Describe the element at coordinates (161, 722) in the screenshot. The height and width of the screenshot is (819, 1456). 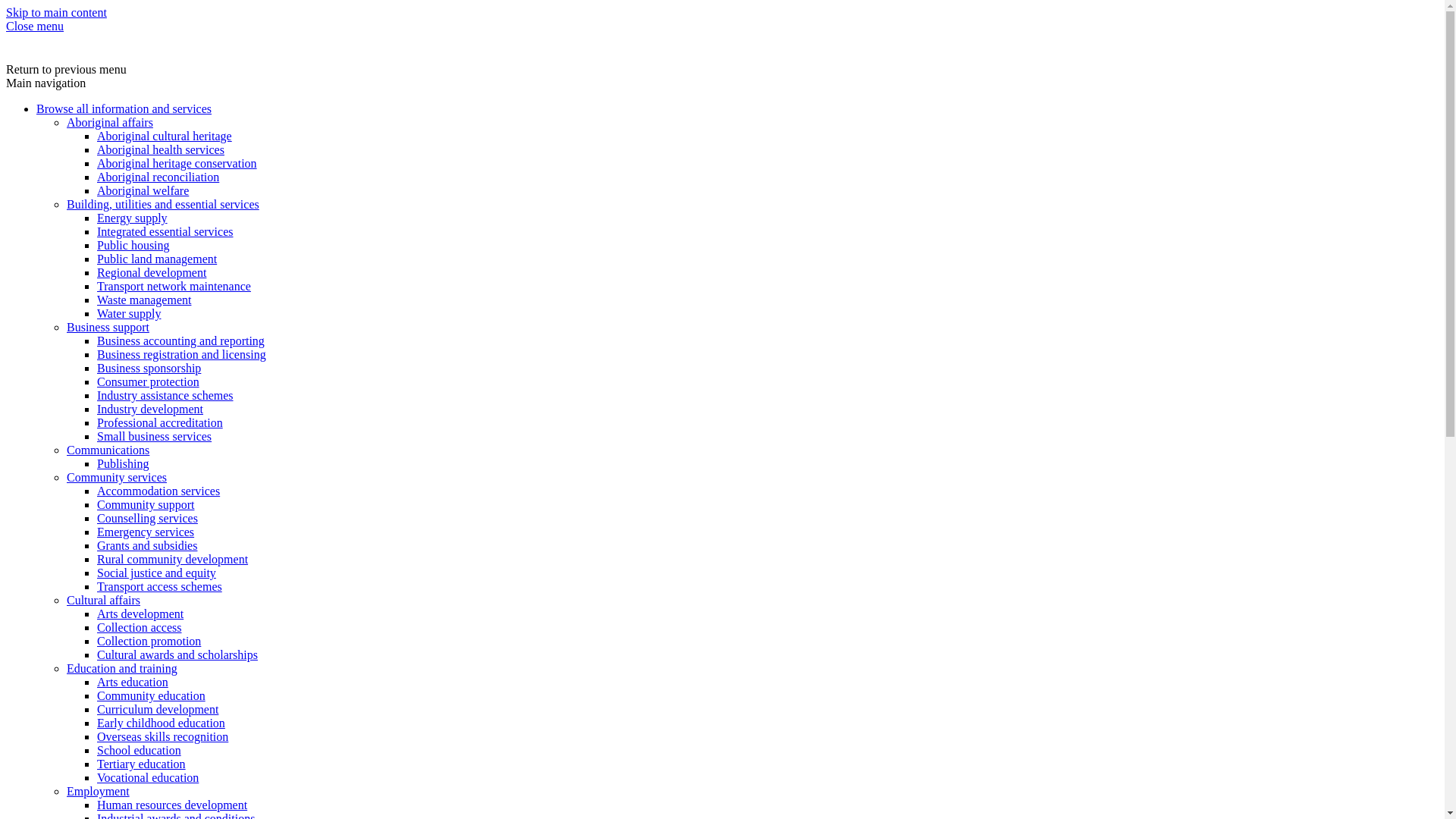
I see `'Early childhood education'` at that location.